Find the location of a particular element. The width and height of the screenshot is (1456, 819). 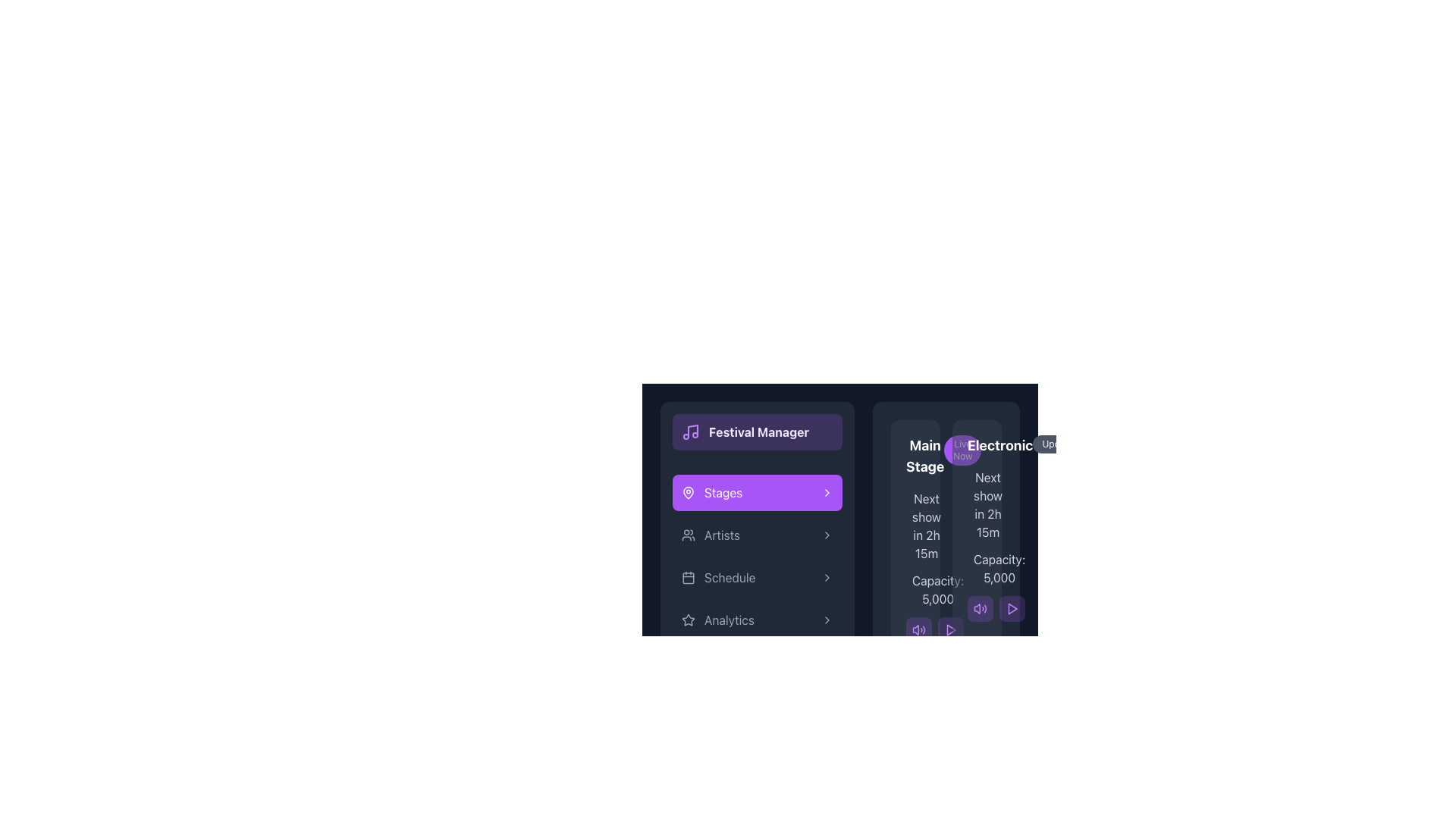

the 'Main Stage' informational card located in the upper left corner of the grid layout is located at coordinates (915, 538).